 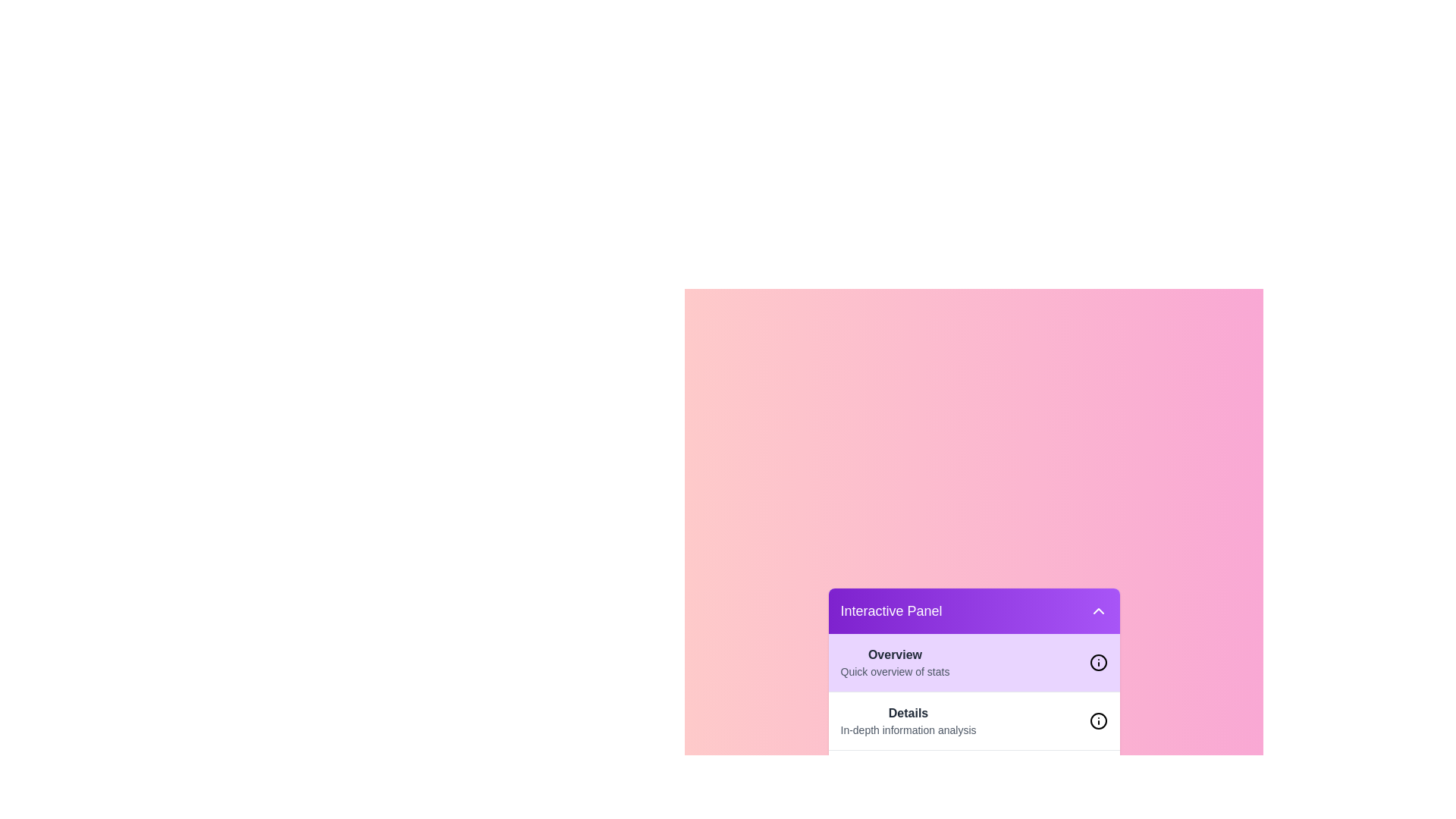 What do you see at coordinates (1098, 720) in the screenshot?
I see `the information icon for the menu item Details` at bounding box center [1098, 720].